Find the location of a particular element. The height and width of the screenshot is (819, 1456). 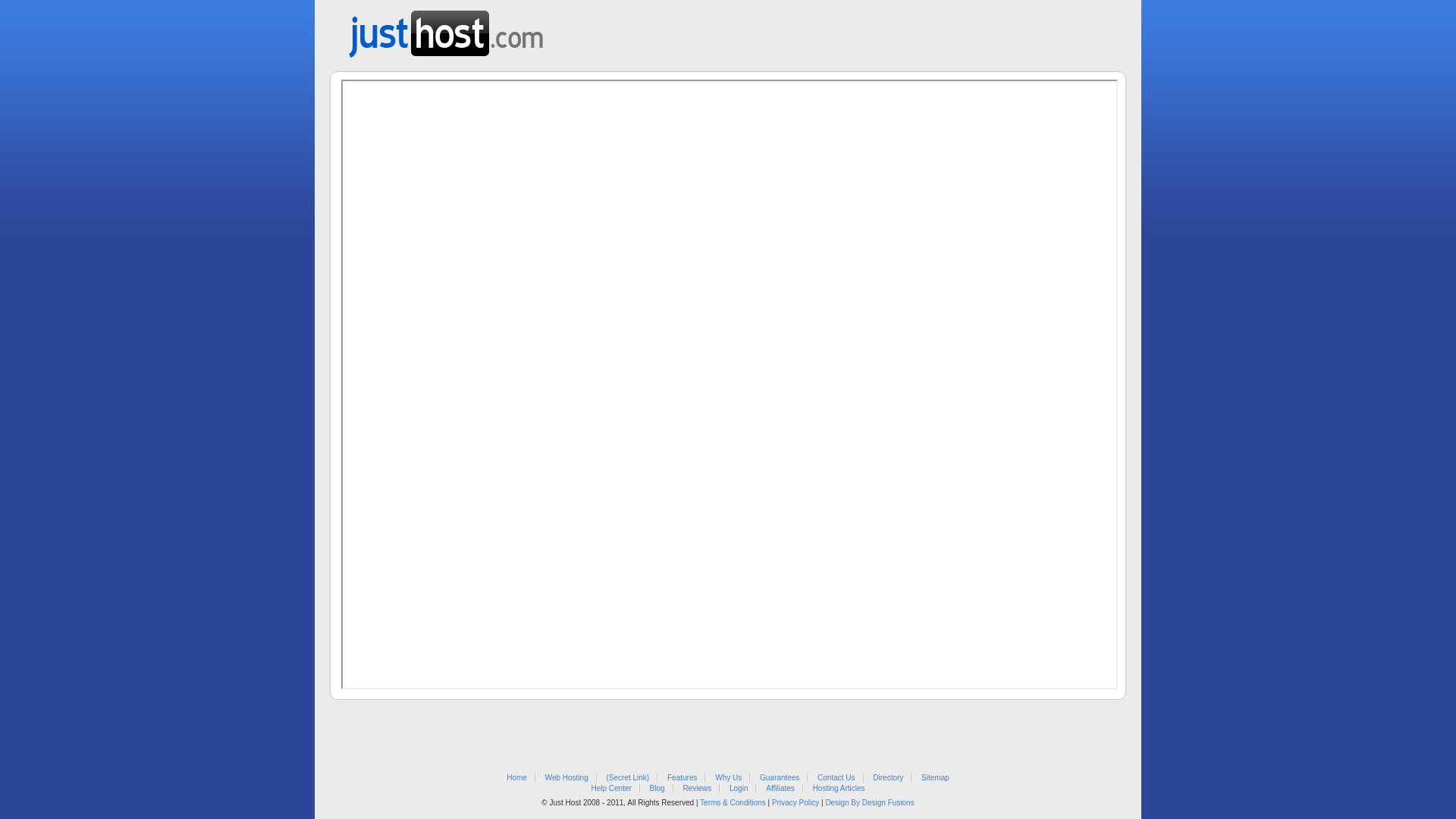

'Home' is located at coordinates (516, 777).